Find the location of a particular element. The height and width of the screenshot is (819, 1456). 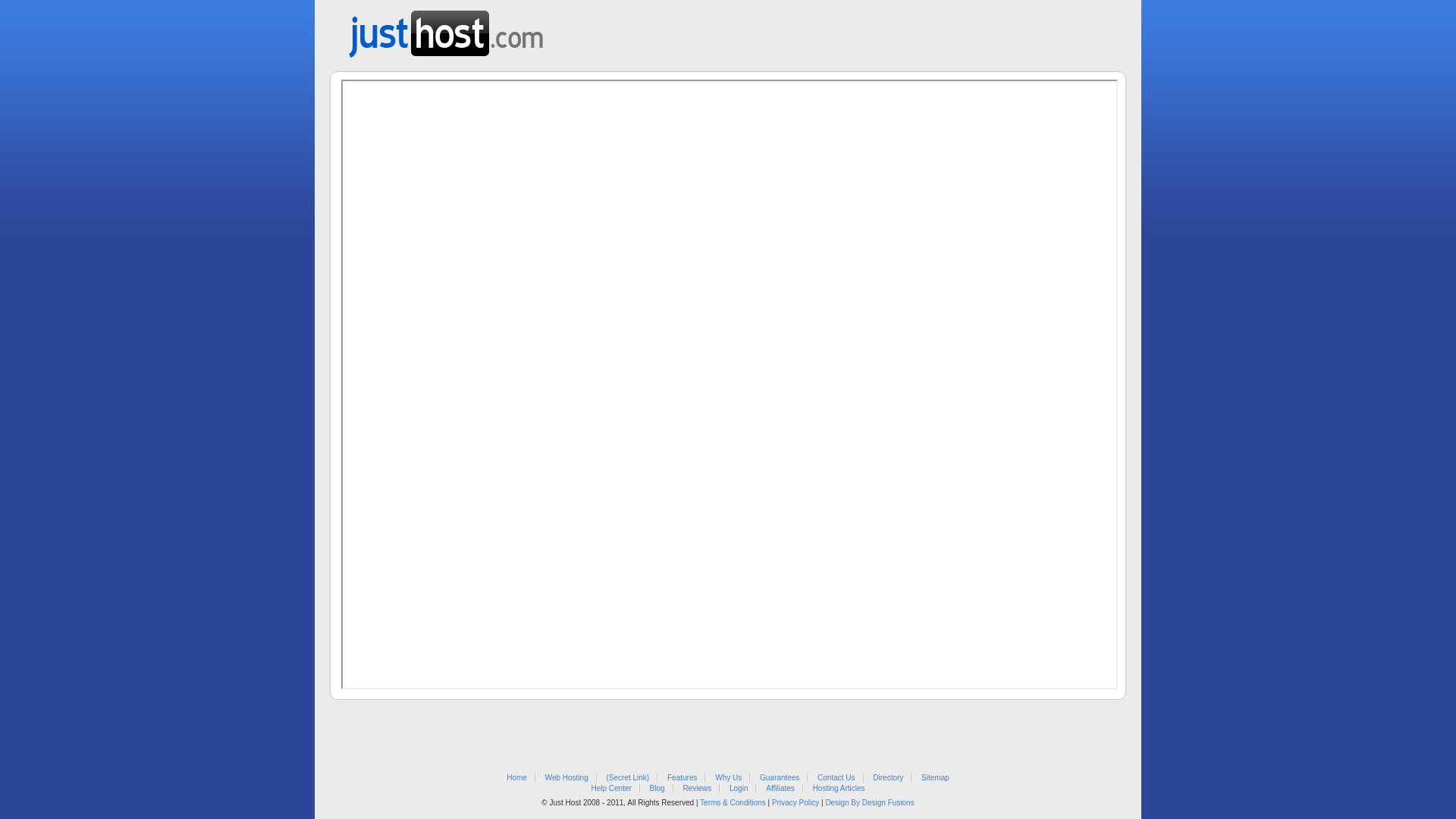

'Home' is located at coordinates (516, 777).